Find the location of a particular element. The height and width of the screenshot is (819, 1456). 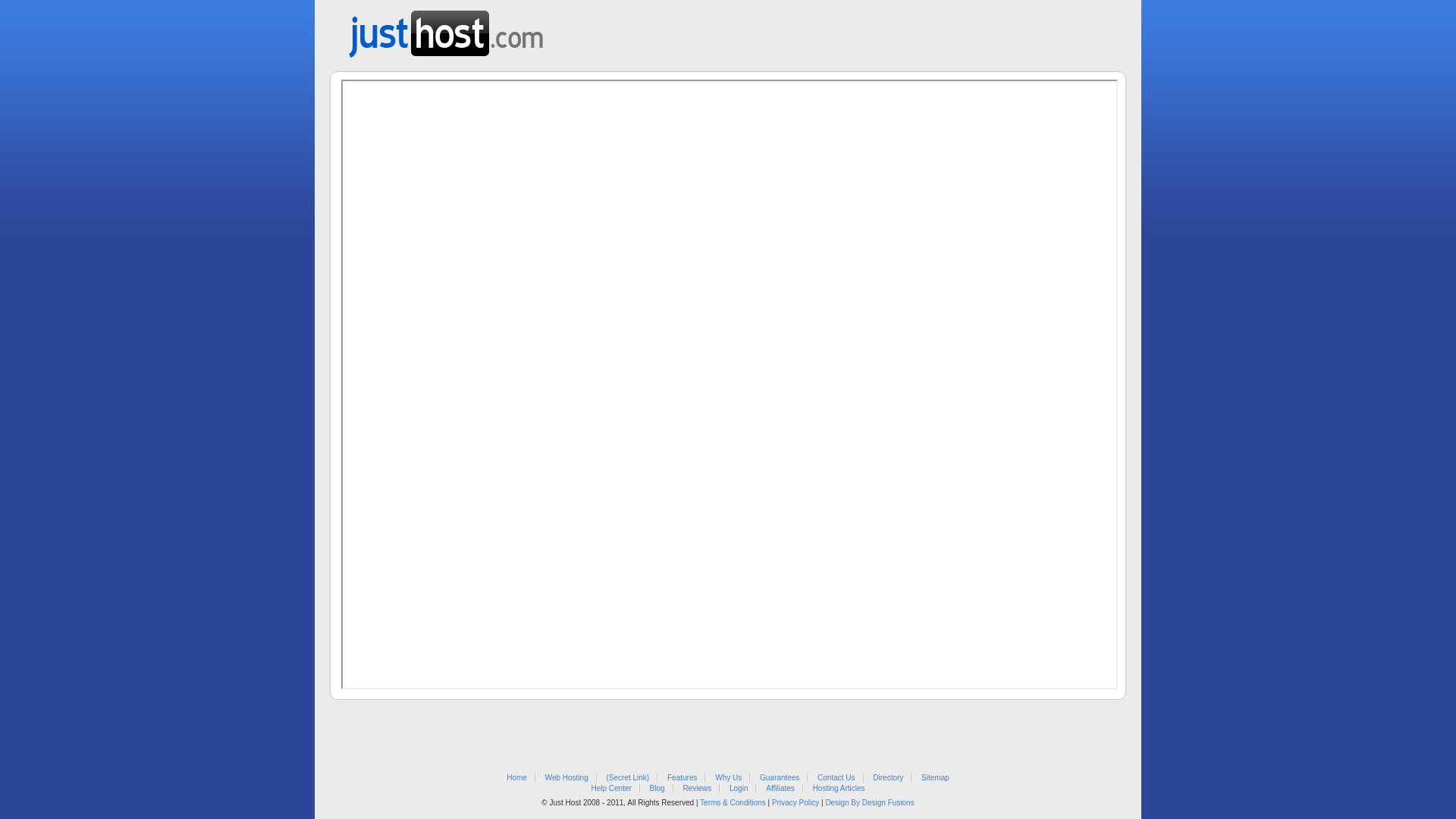

'Home' is located at coordinates (516, 777).